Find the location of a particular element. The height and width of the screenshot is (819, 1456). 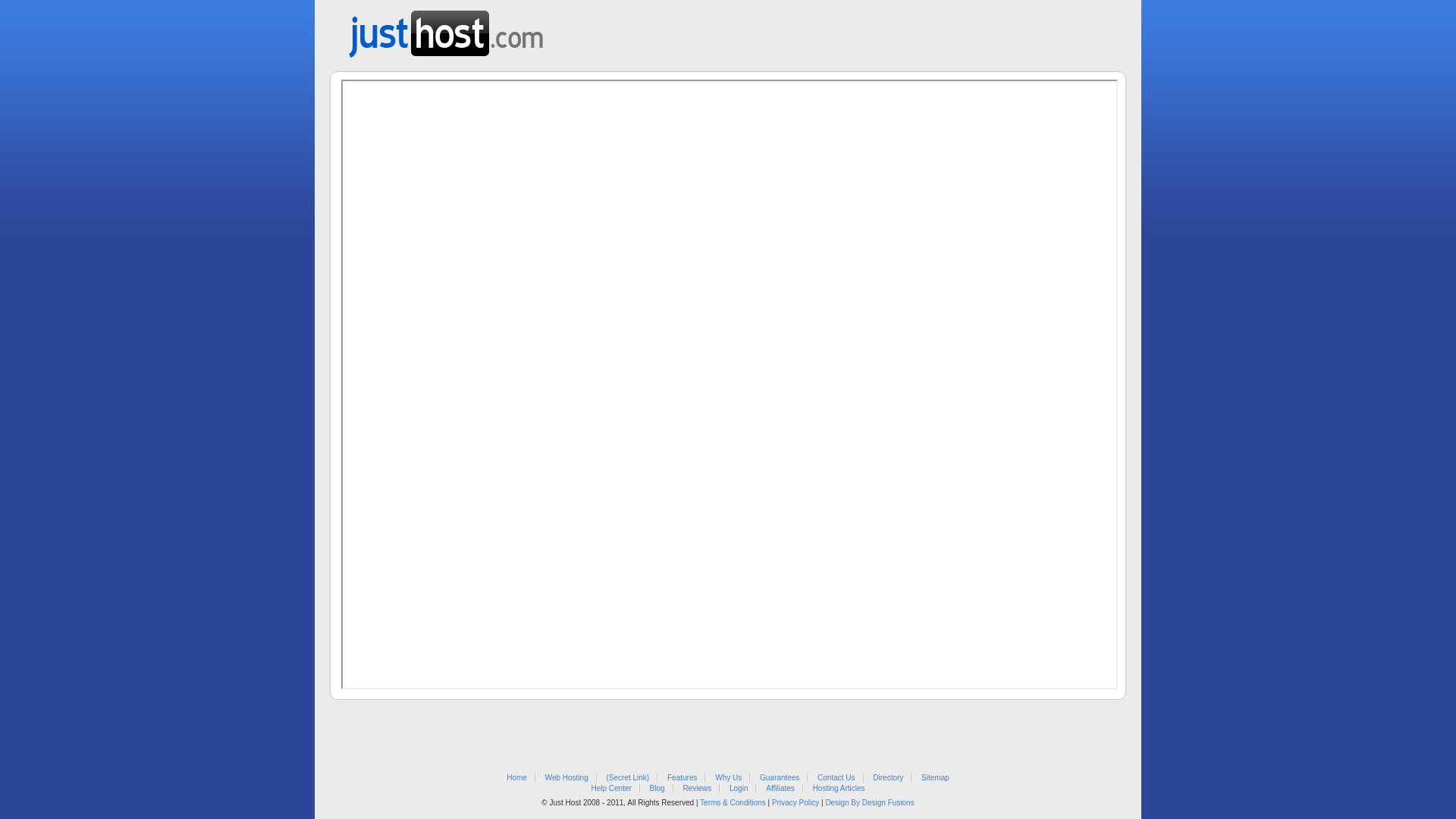

'Home' is located at coordinates (516, 777).